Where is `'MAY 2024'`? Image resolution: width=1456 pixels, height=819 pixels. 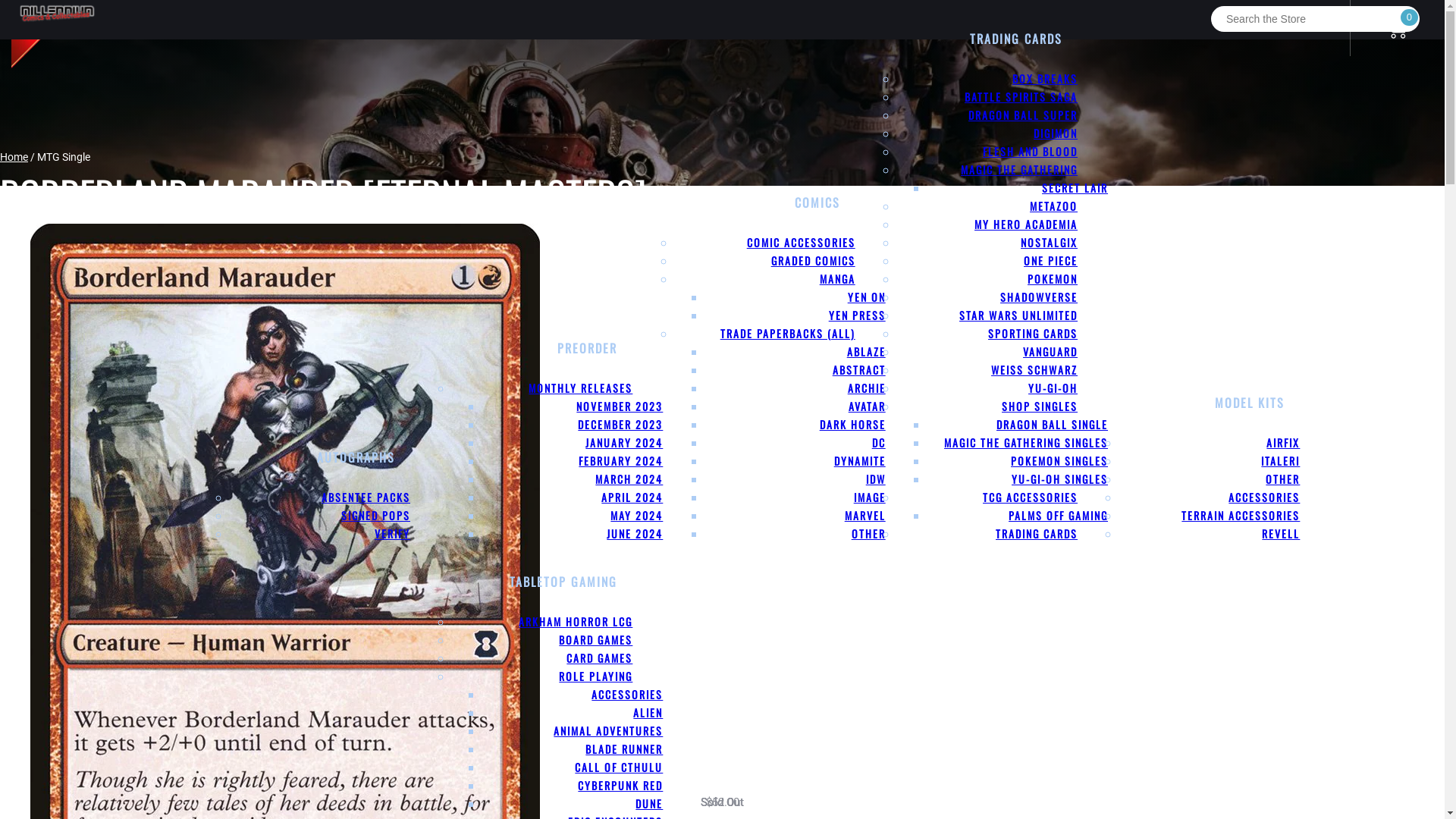 'MAY 2024' is located at coordinates (636, 514).